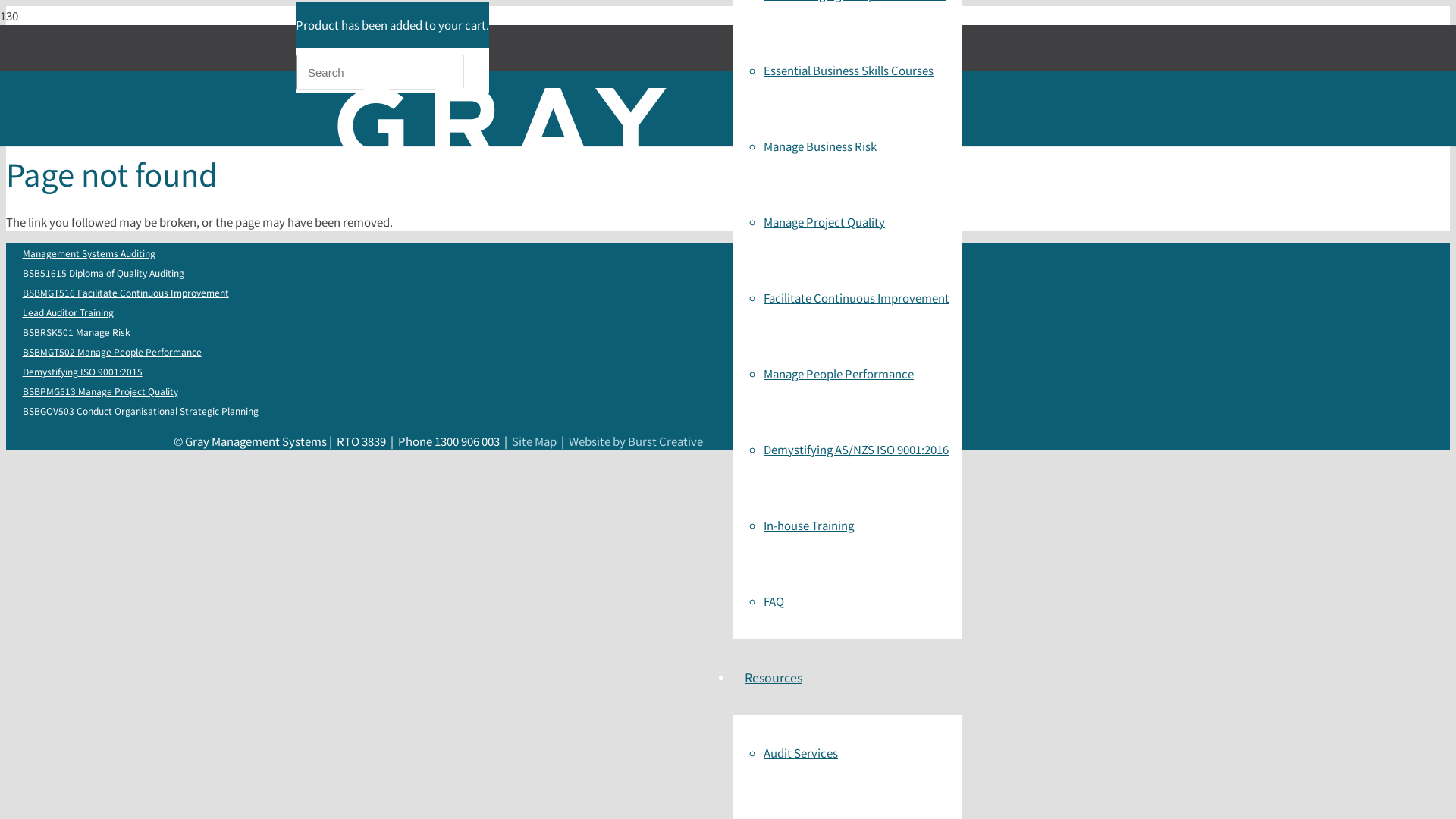  I want to click on 'BSBMGT502 Manage People Performance', so click(111, 350).